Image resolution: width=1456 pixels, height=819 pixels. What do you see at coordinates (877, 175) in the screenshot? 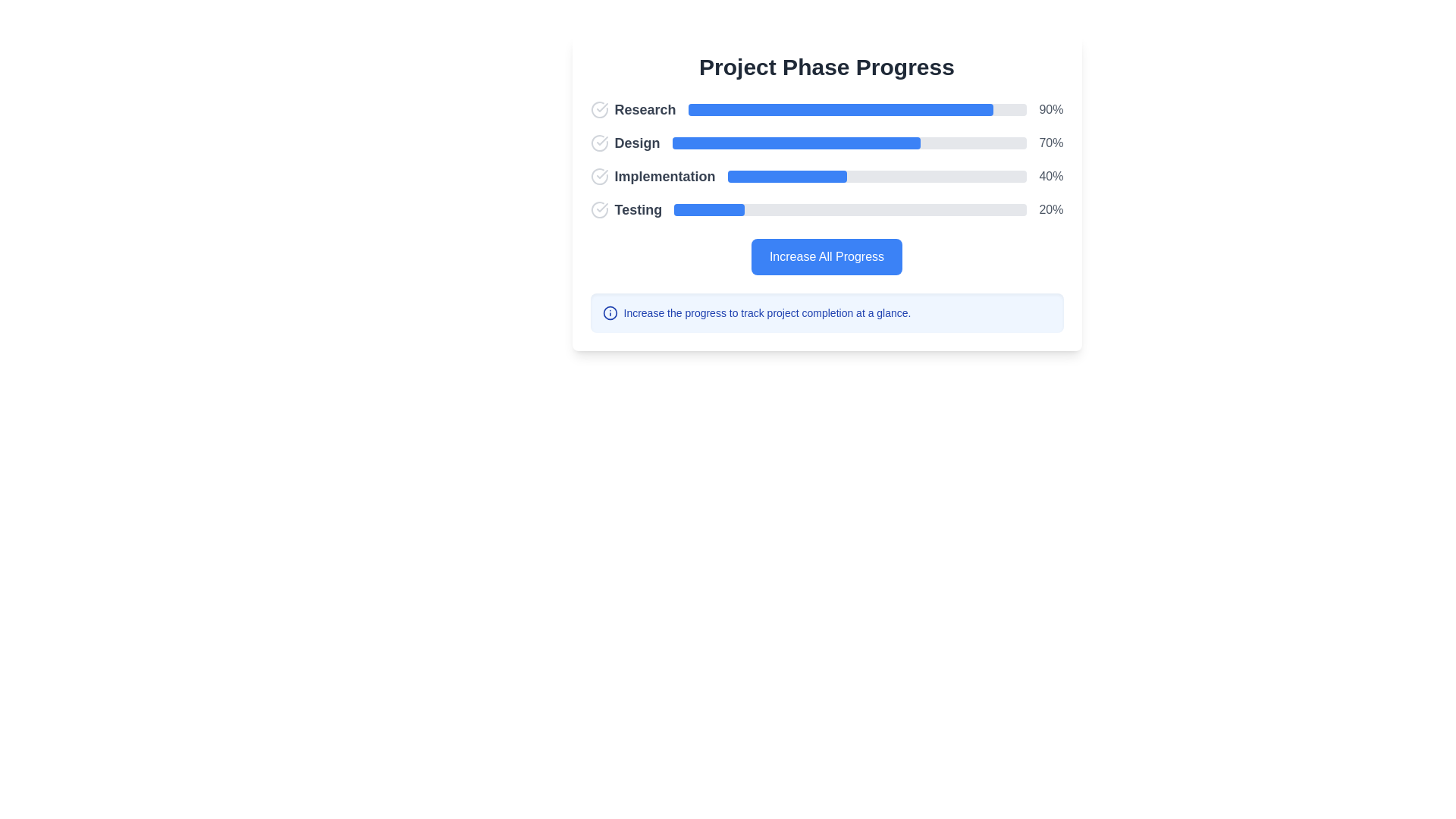
I see `style of the progress bar indicating completion percentage for the 'Implementation' phase located below the 'Design' progress bar` at bounding box center [877, 175].